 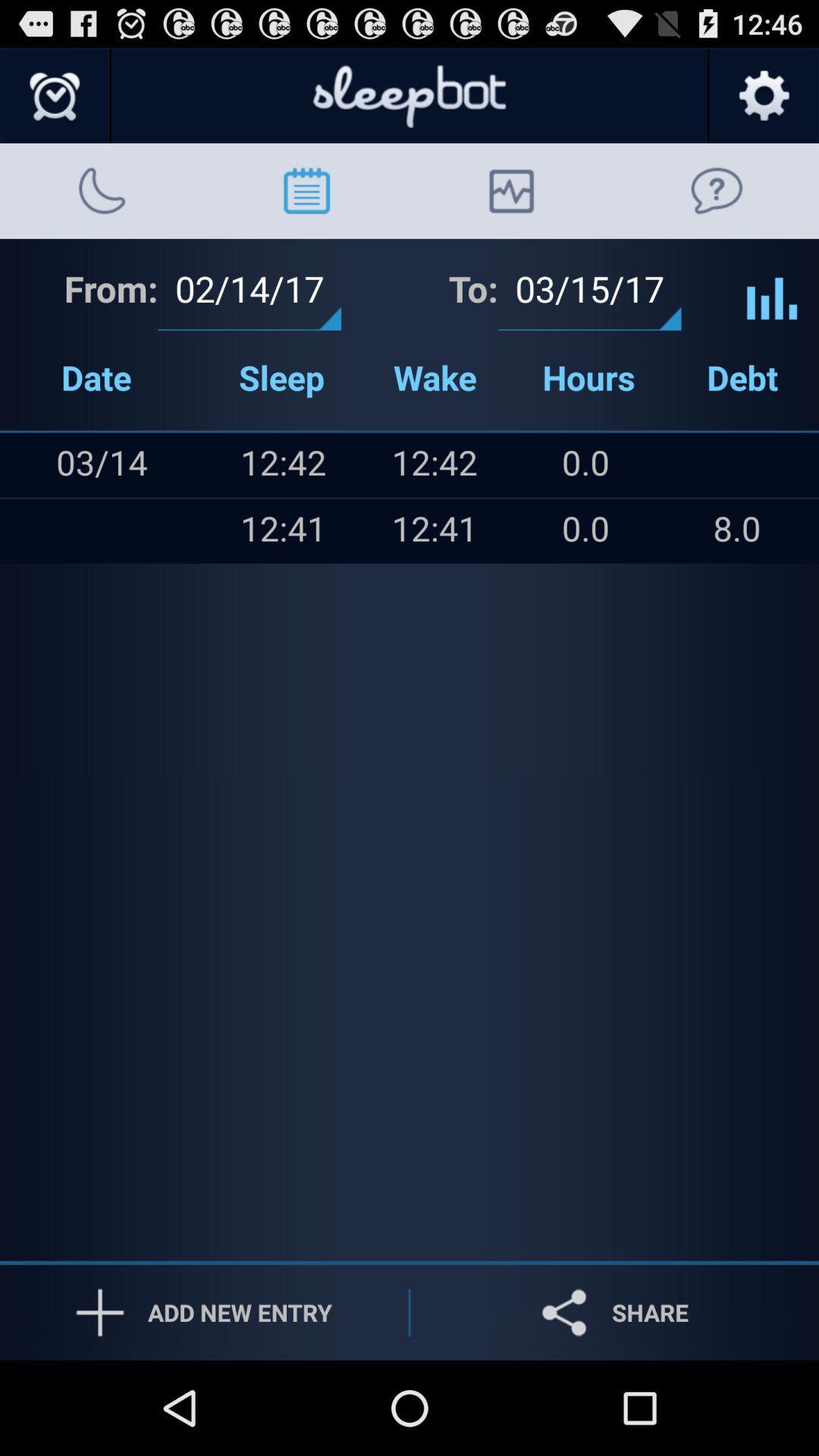 What do you see at coordinates (31, 531) in the screenshot?
I see `item to the left of 03/14 icon` at bounding box center [31, 531].